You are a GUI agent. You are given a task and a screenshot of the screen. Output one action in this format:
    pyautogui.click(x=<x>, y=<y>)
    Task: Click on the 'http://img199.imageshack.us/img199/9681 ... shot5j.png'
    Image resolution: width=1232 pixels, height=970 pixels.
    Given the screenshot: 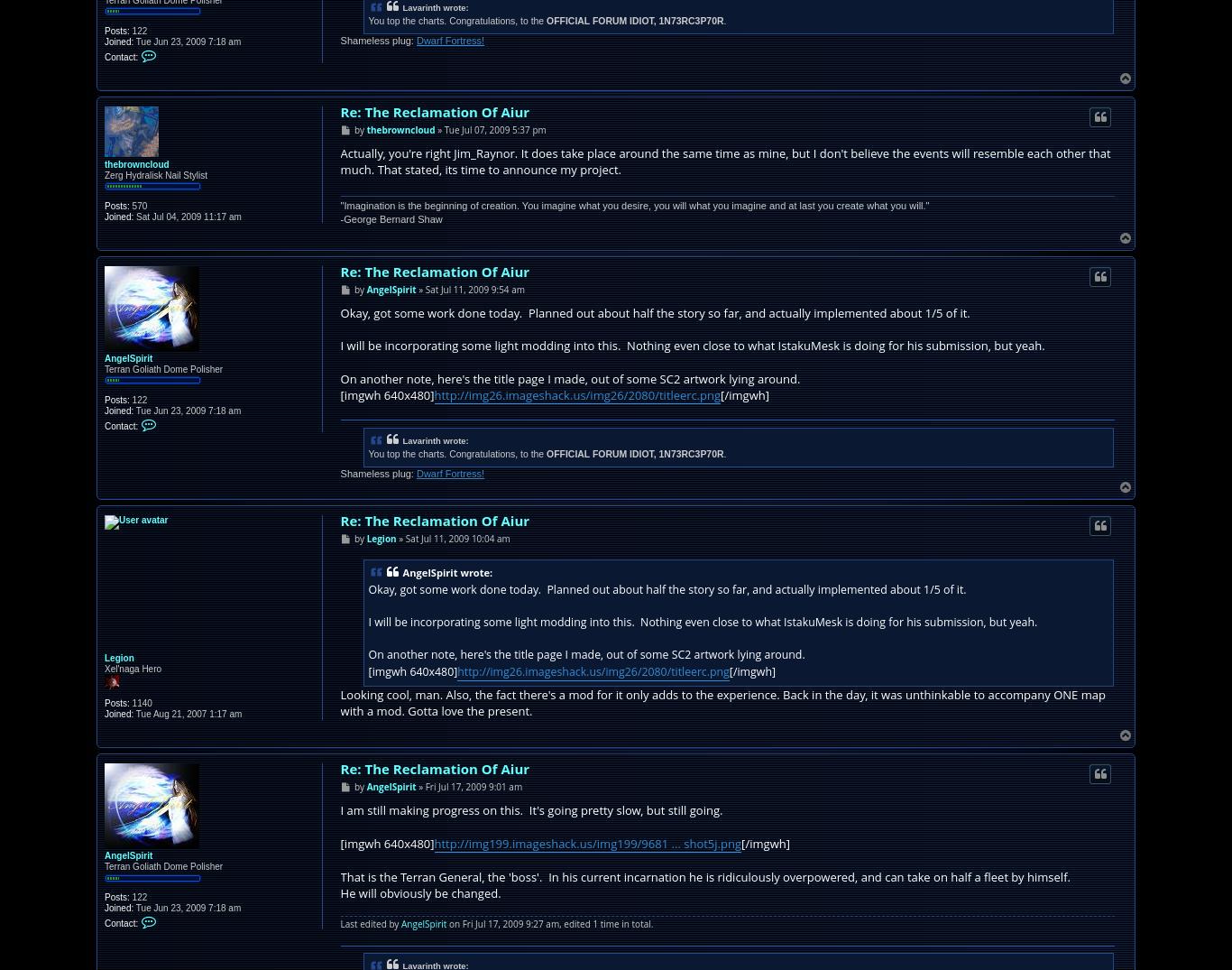 What is the action you would take?
    pyautogui.click(x=433, y=842)
    